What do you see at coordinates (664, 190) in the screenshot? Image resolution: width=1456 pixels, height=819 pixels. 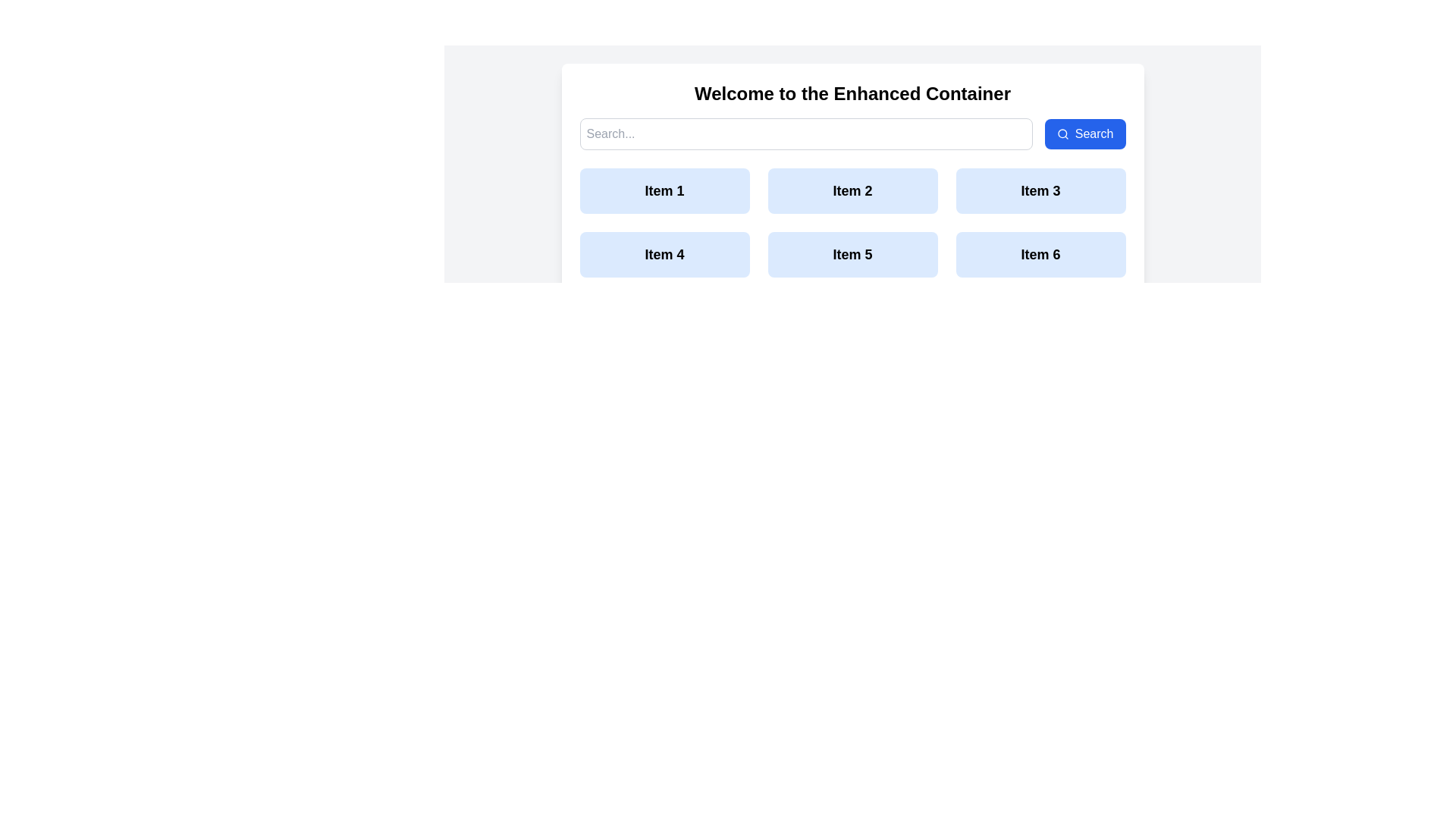 I see `the 'Item 1' button, which is a rectangular button with a light blue background and bold dark text, located at the top-left corner of a grid layout` at bounding box center [664, 190].